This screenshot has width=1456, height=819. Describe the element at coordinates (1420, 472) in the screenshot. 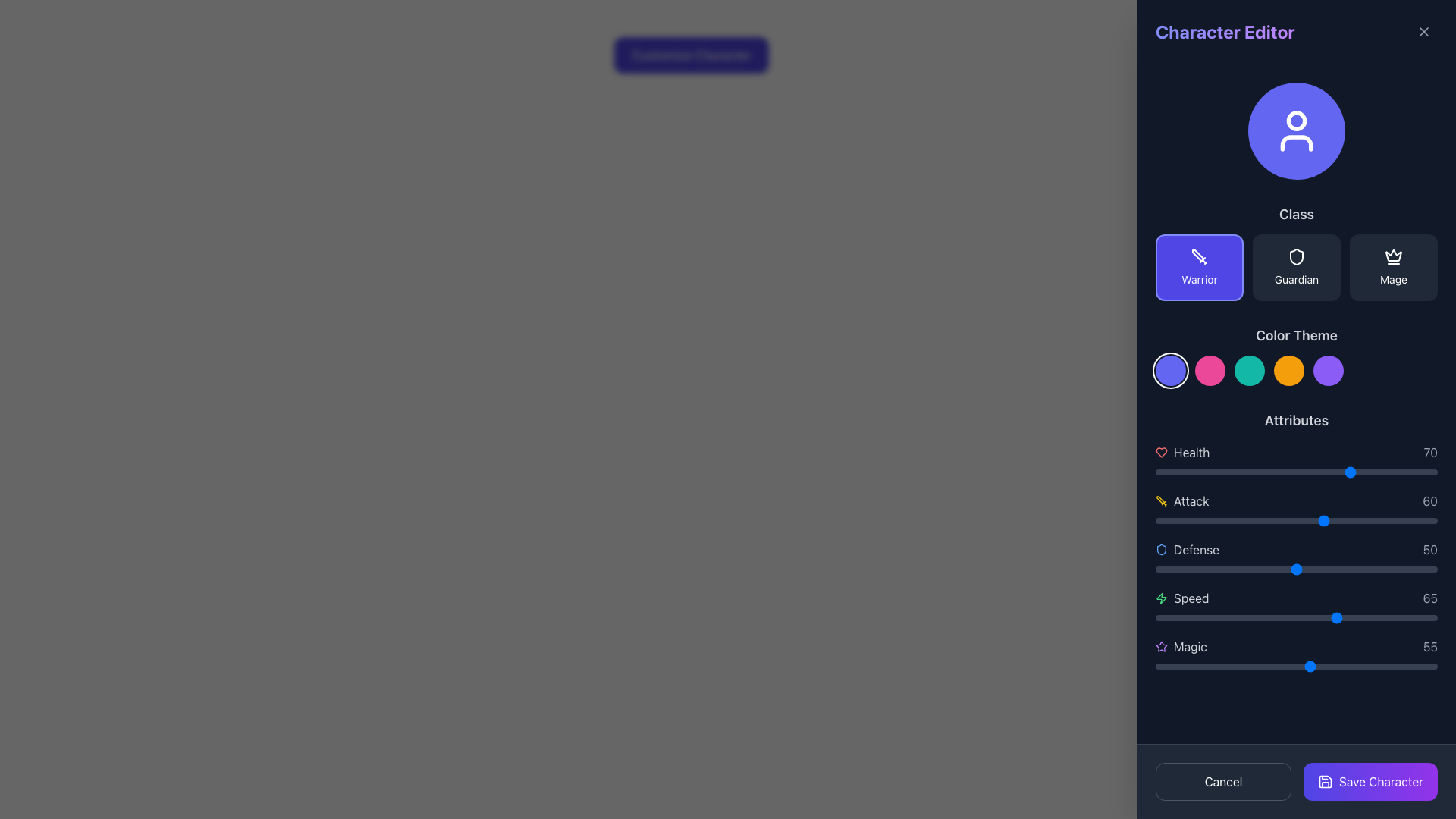

I see `health level` at that location.